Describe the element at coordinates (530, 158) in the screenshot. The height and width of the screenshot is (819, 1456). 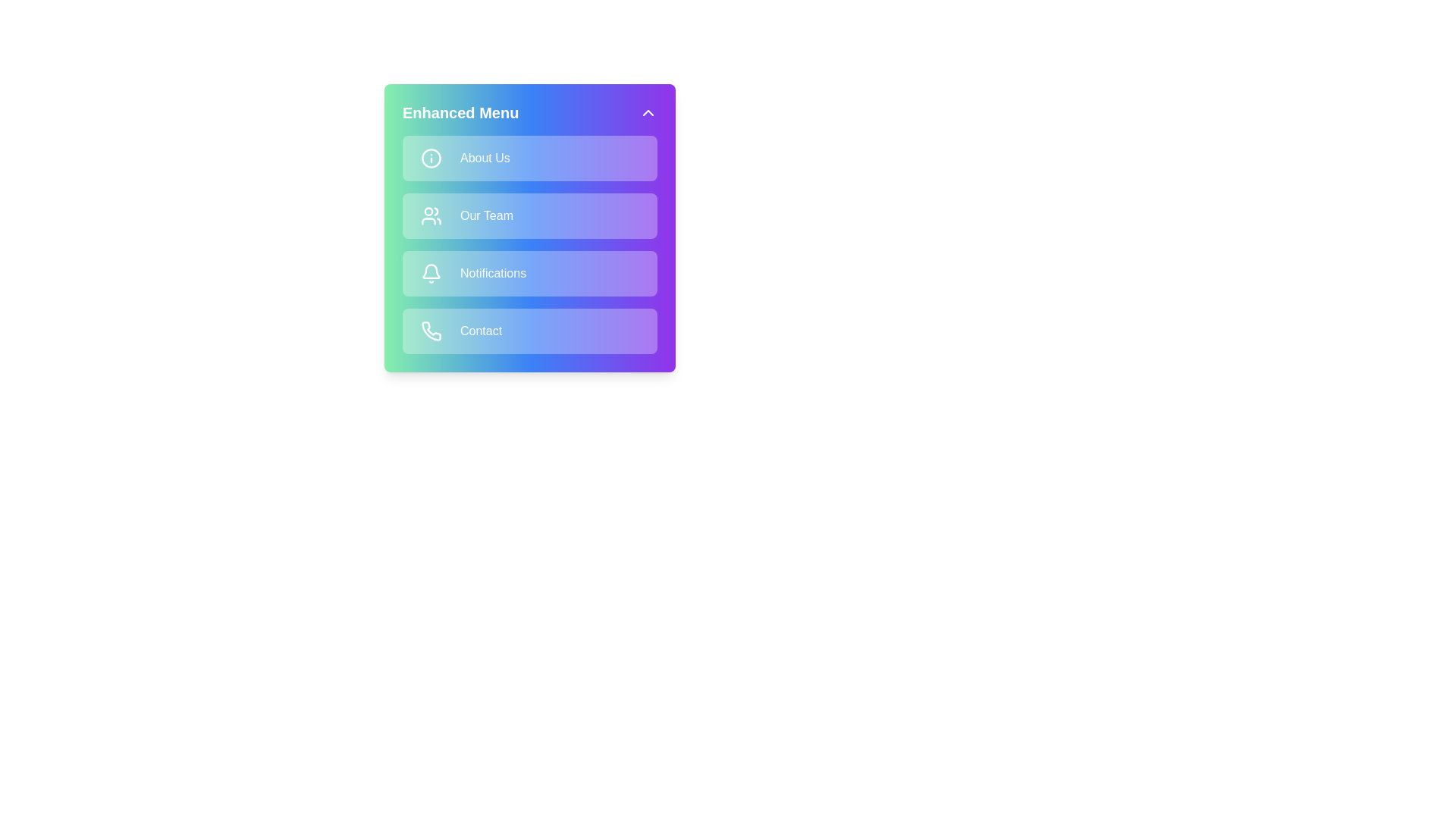
I see `the menu item About Us from the options available` at that location.